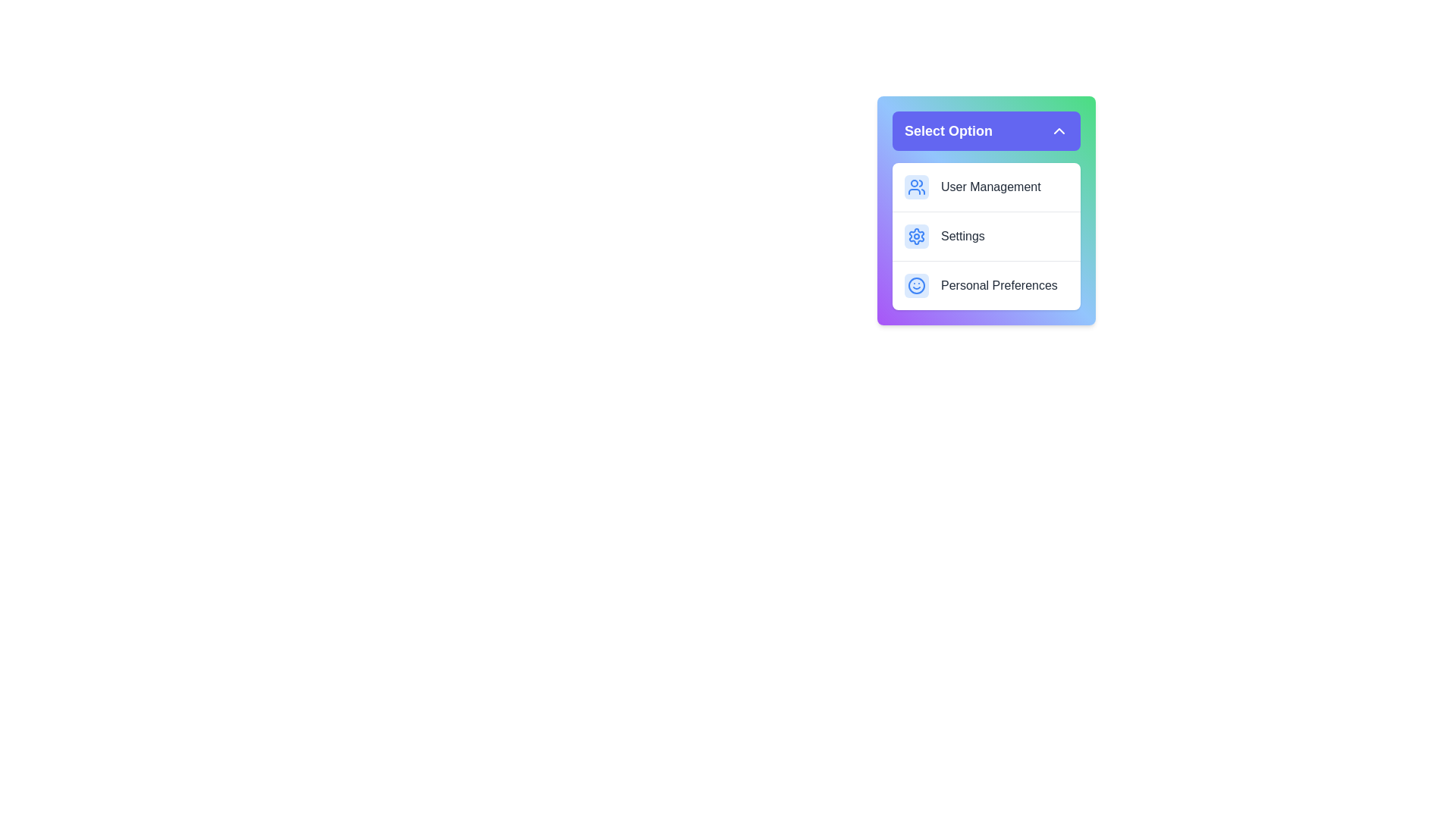 The height and width of the screenshot is (819, 1456). Describe the element at coordinates (986, 130) in the screenshot. I see `the dropdown menu trigger button located at the top of the menu, which expands or collapses options like 'User Management', 'Settings', and 'Personal Preferences'` at that location.